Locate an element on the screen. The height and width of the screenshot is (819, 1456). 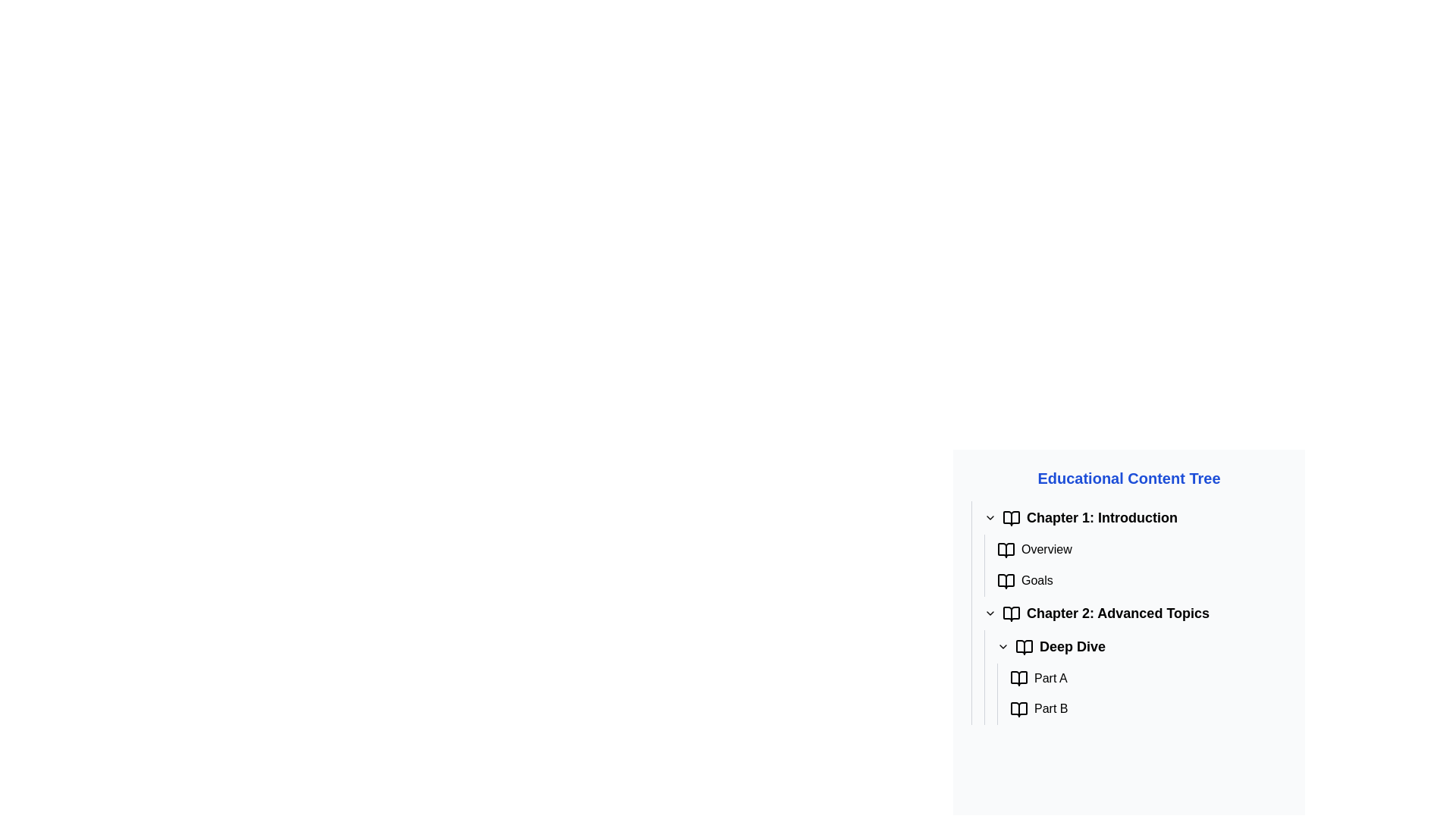
the 'Overview' text label, which is the first item under the 'Chapter 1: Introduction' section in the 'Educational Content Tree' is located at coordinates (1034, 550).